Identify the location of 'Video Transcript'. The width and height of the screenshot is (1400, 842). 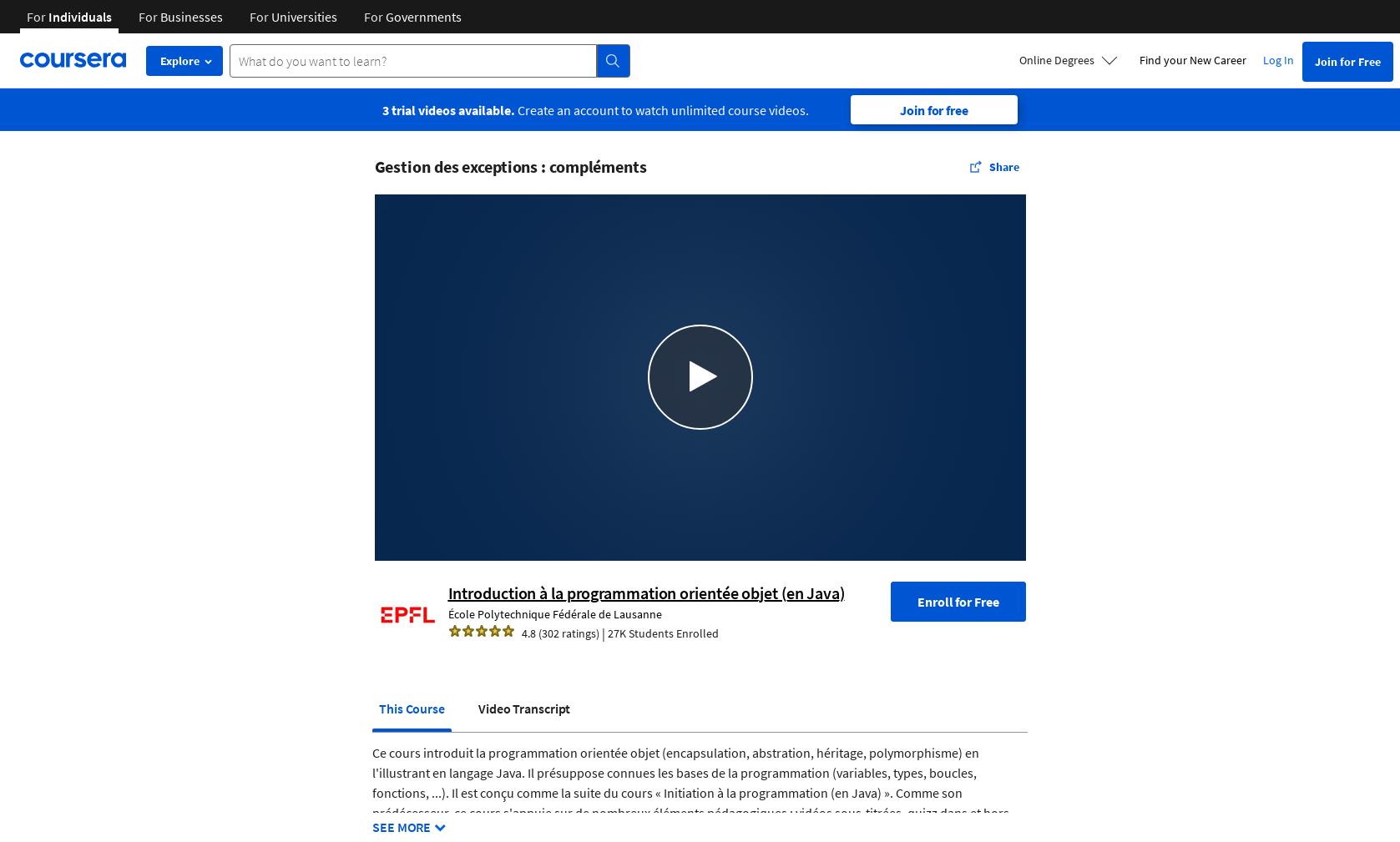
(523, 707).